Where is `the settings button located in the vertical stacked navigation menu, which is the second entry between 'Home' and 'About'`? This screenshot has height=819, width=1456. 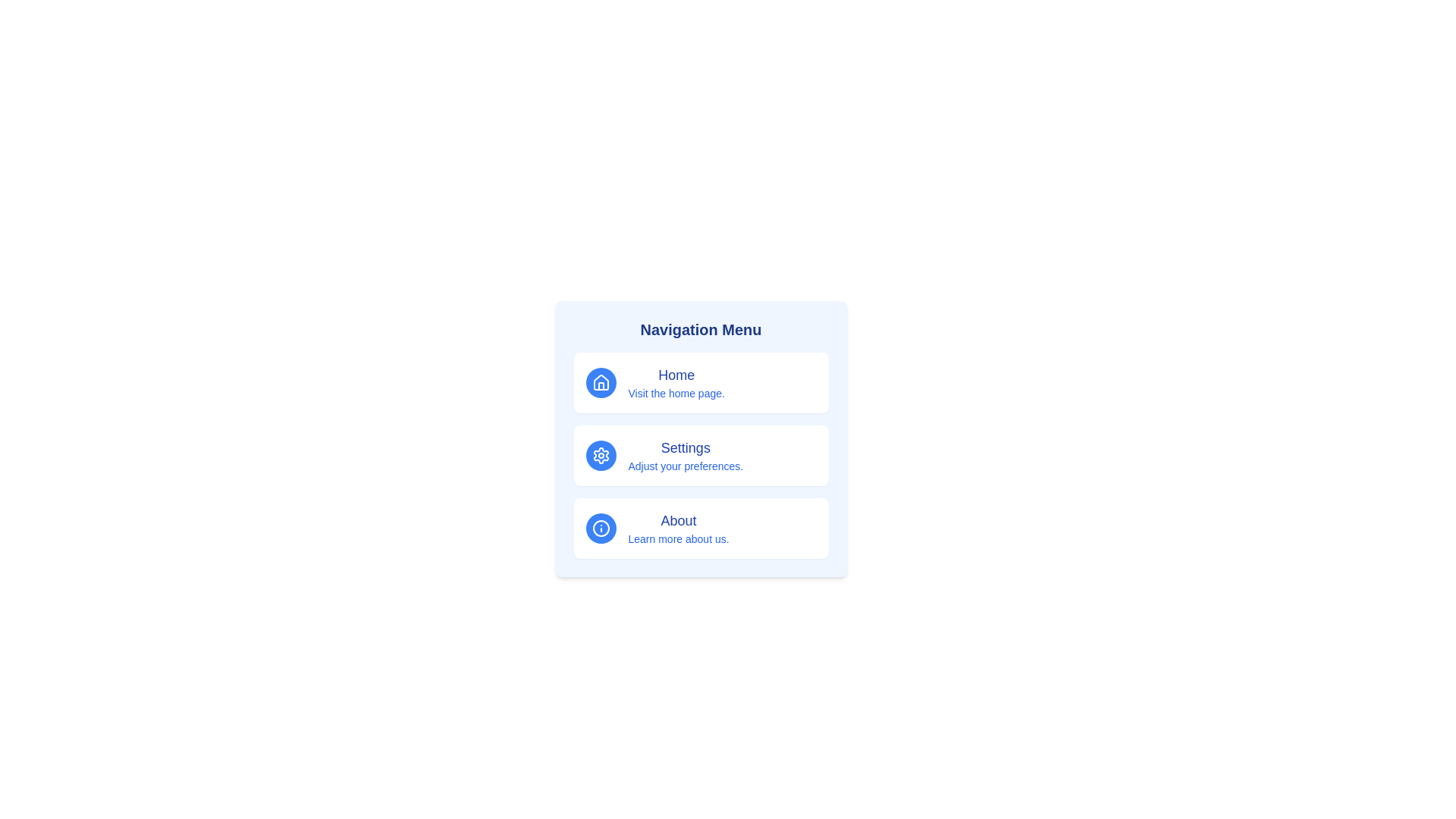 the settings button located in the vertical stacked navigation menu, which is the second entry between 'Home' and 'About' is located at coordinates (700, 455).